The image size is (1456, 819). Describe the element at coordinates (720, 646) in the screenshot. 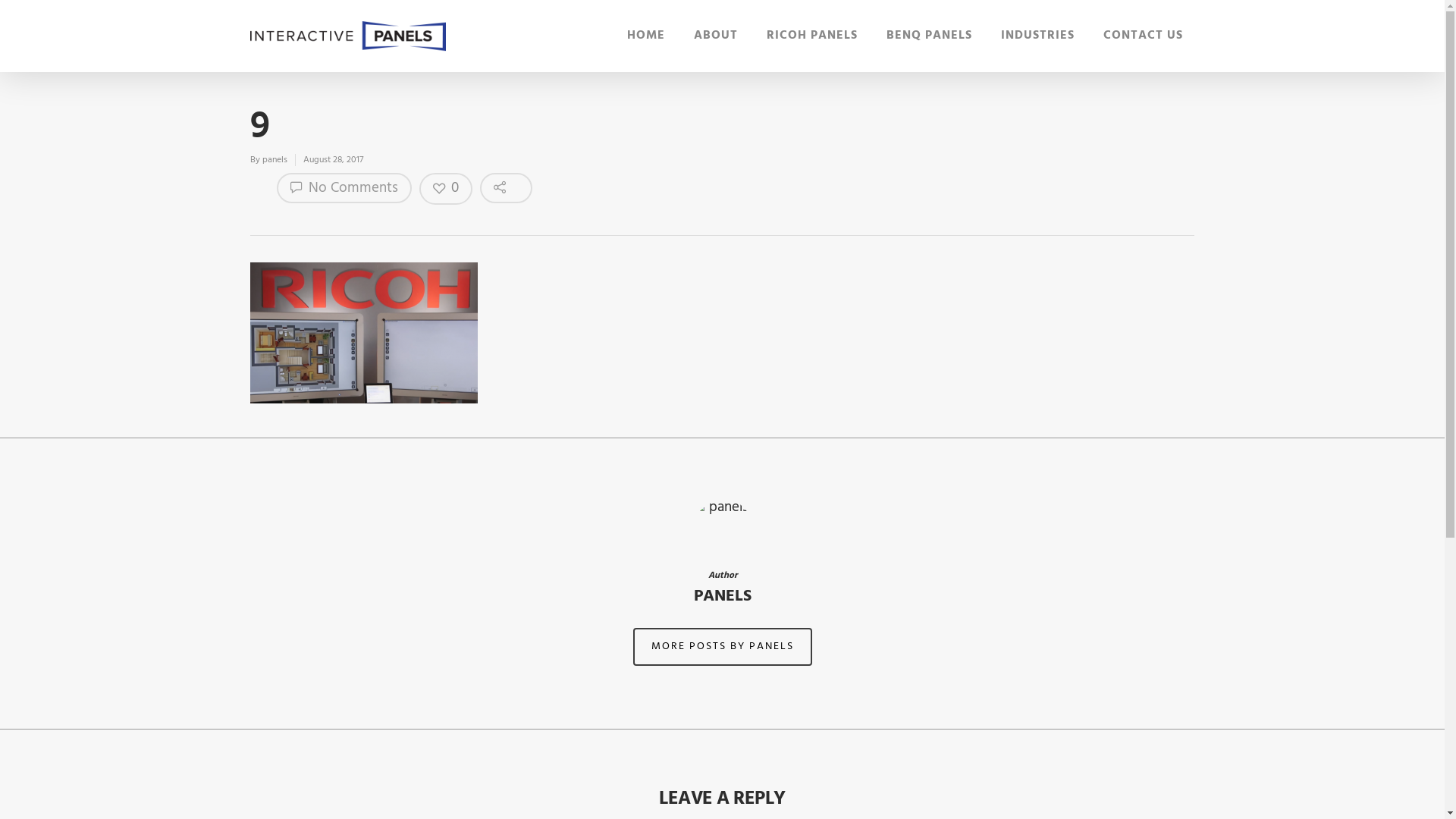

I see `'MORE POSTS BY PANELS'` at that location.